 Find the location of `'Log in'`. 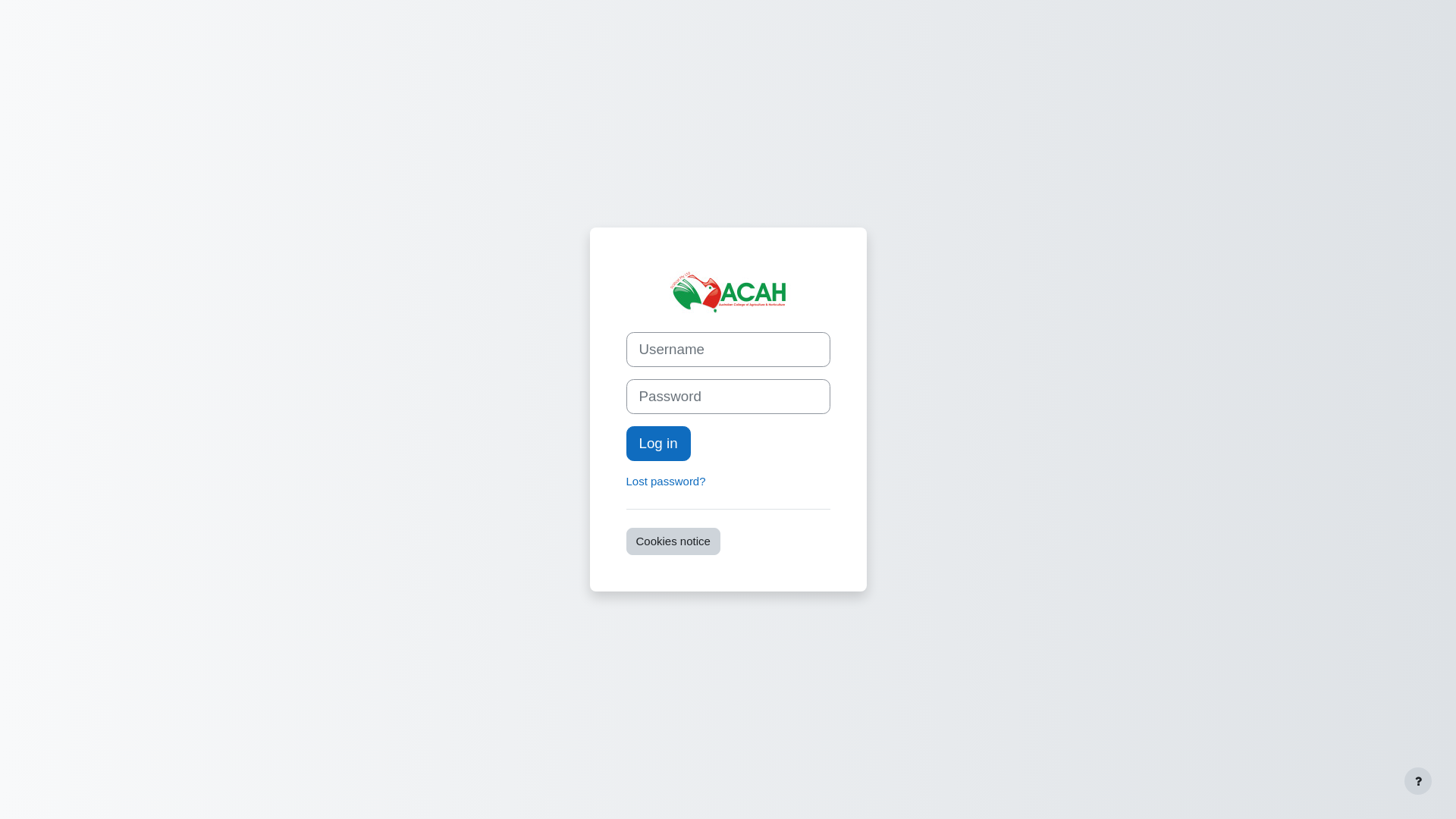

'Log in' is located at coordinates (658, 444).